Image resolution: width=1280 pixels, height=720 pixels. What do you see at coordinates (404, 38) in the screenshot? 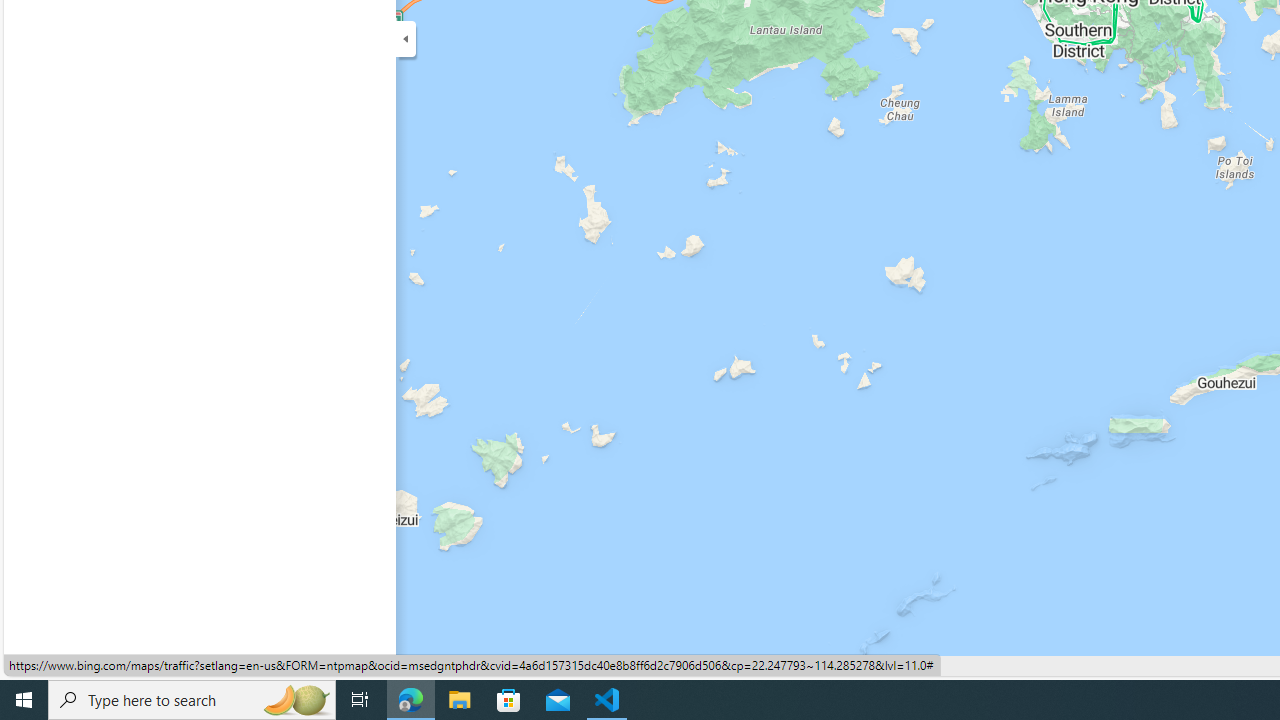
I see `'Expand/Collapse Cards'` at bounding box center [404, 38].